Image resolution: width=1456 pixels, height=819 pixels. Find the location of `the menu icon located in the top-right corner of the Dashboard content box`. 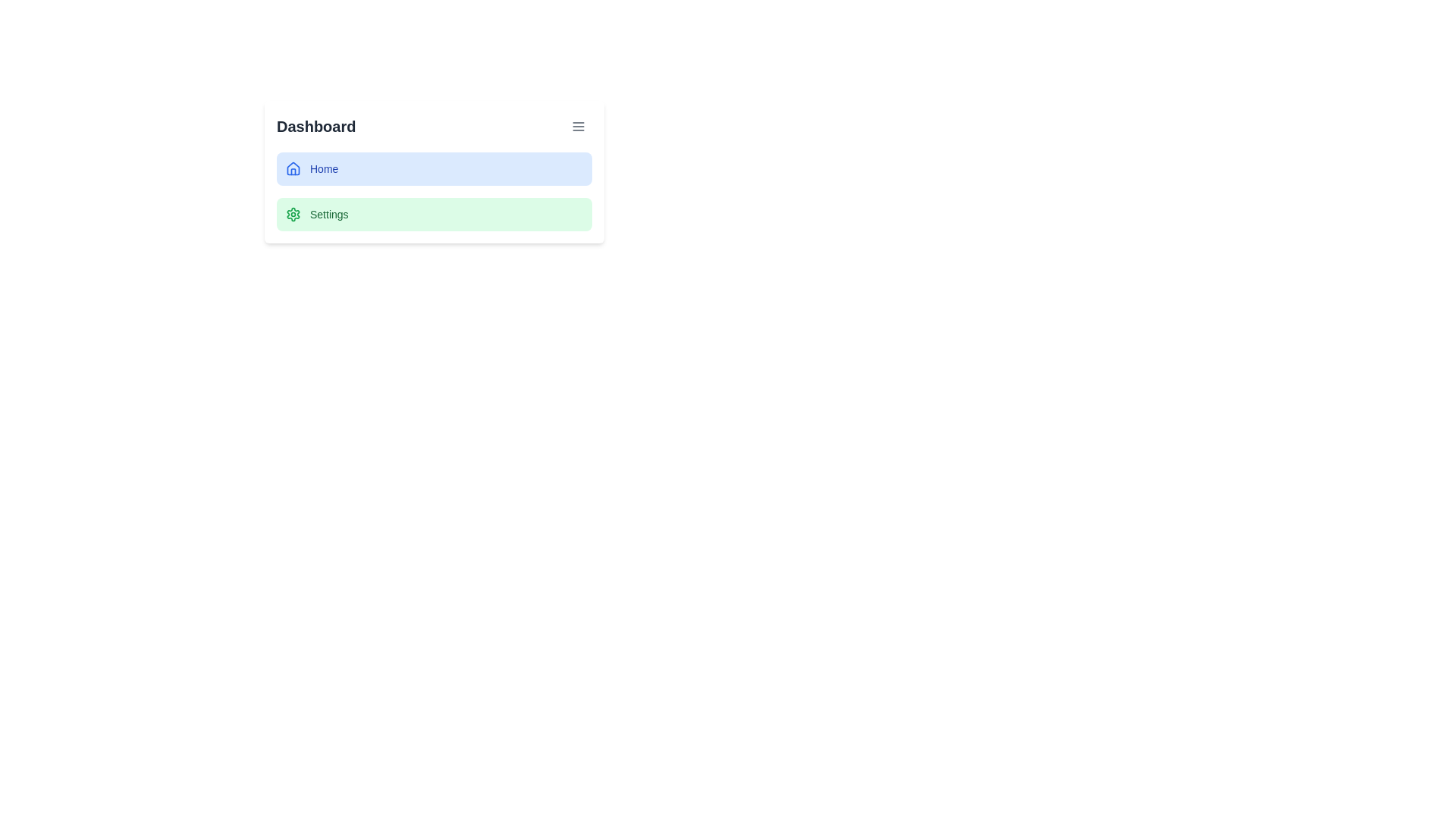

the menu icon located in the top-right corner of the Dashboard content box is located at coordinates (578, 125).